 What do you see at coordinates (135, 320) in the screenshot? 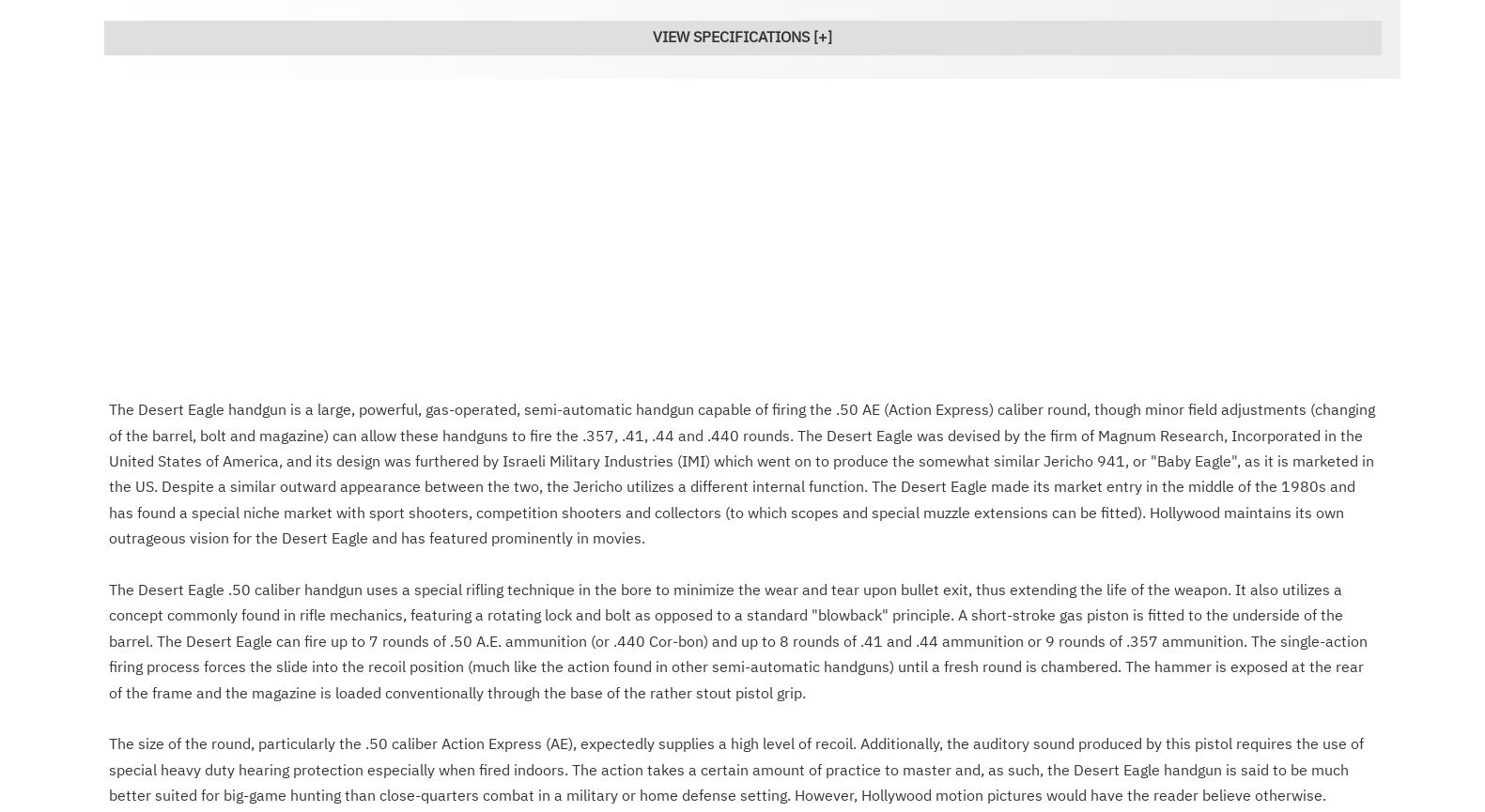
I see `'Index'` at bounding box center [135, 320].